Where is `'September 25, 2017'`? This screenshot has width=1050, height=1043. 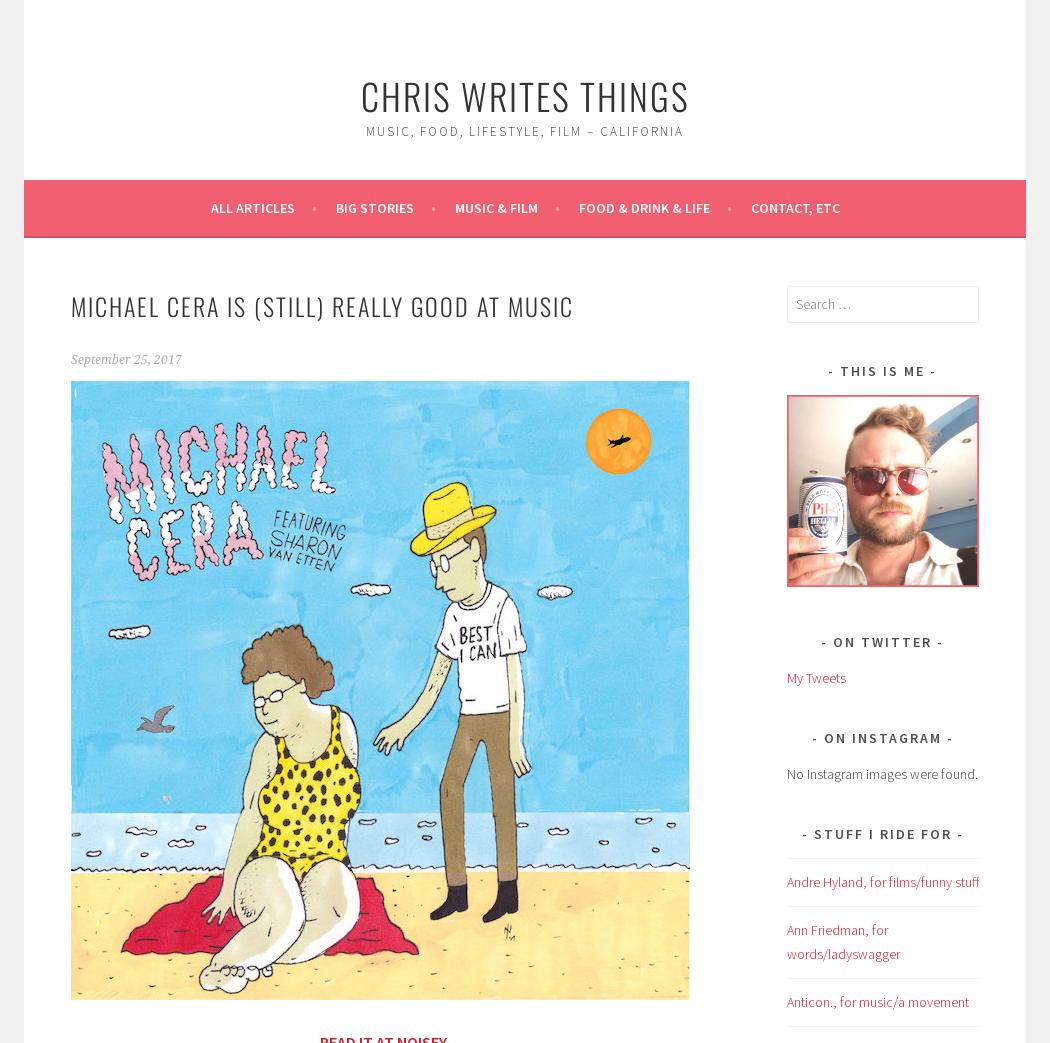
'September 25, 2017' is located at coordinates (69, 358).